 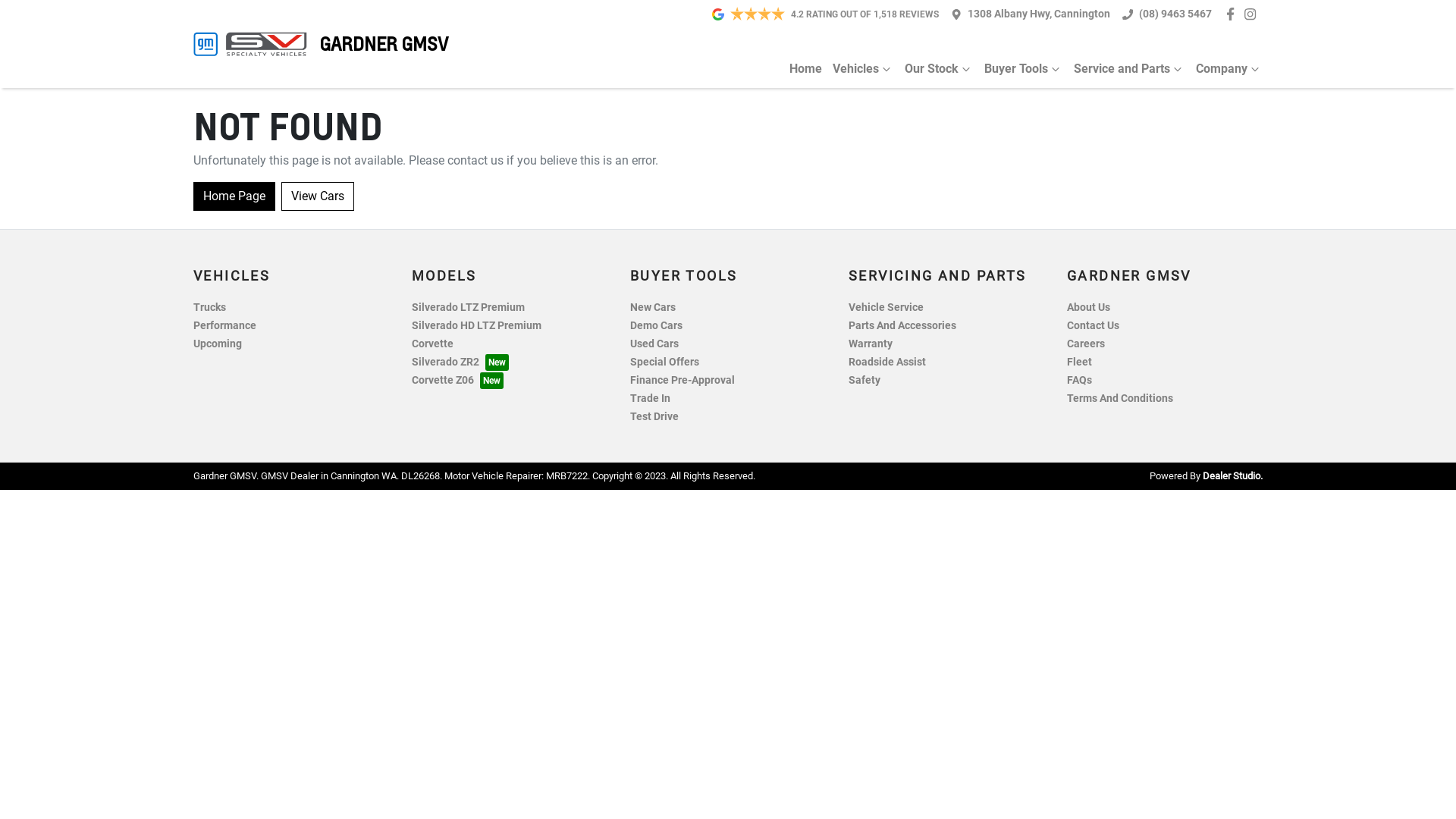 I want to click on 'Corvette', so click(x=431, y=344).